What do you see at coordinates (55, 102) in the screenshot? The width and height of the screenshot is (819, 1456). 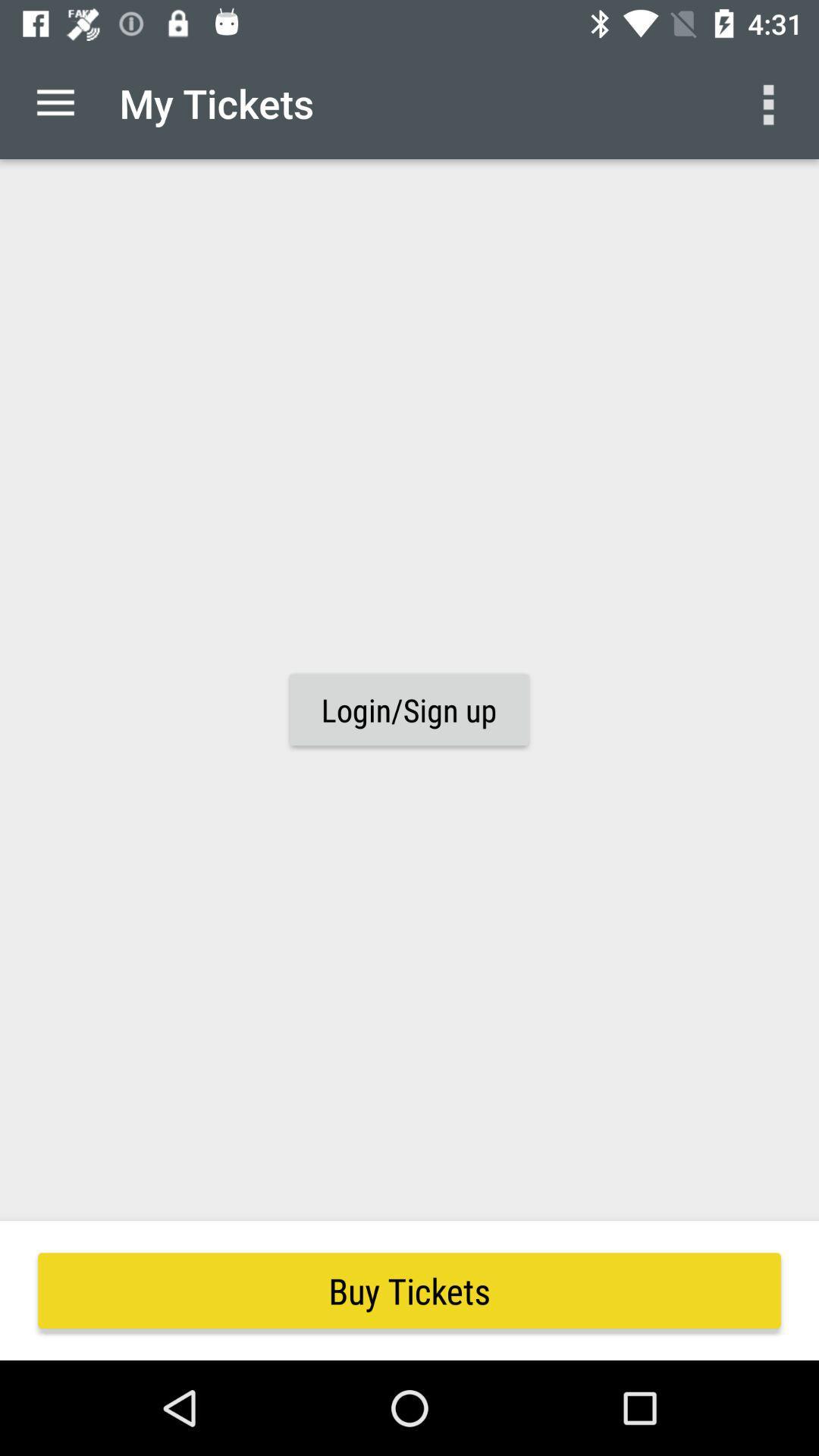 I see `the item next to the my tickets icon` at bounding box center [55, 102].